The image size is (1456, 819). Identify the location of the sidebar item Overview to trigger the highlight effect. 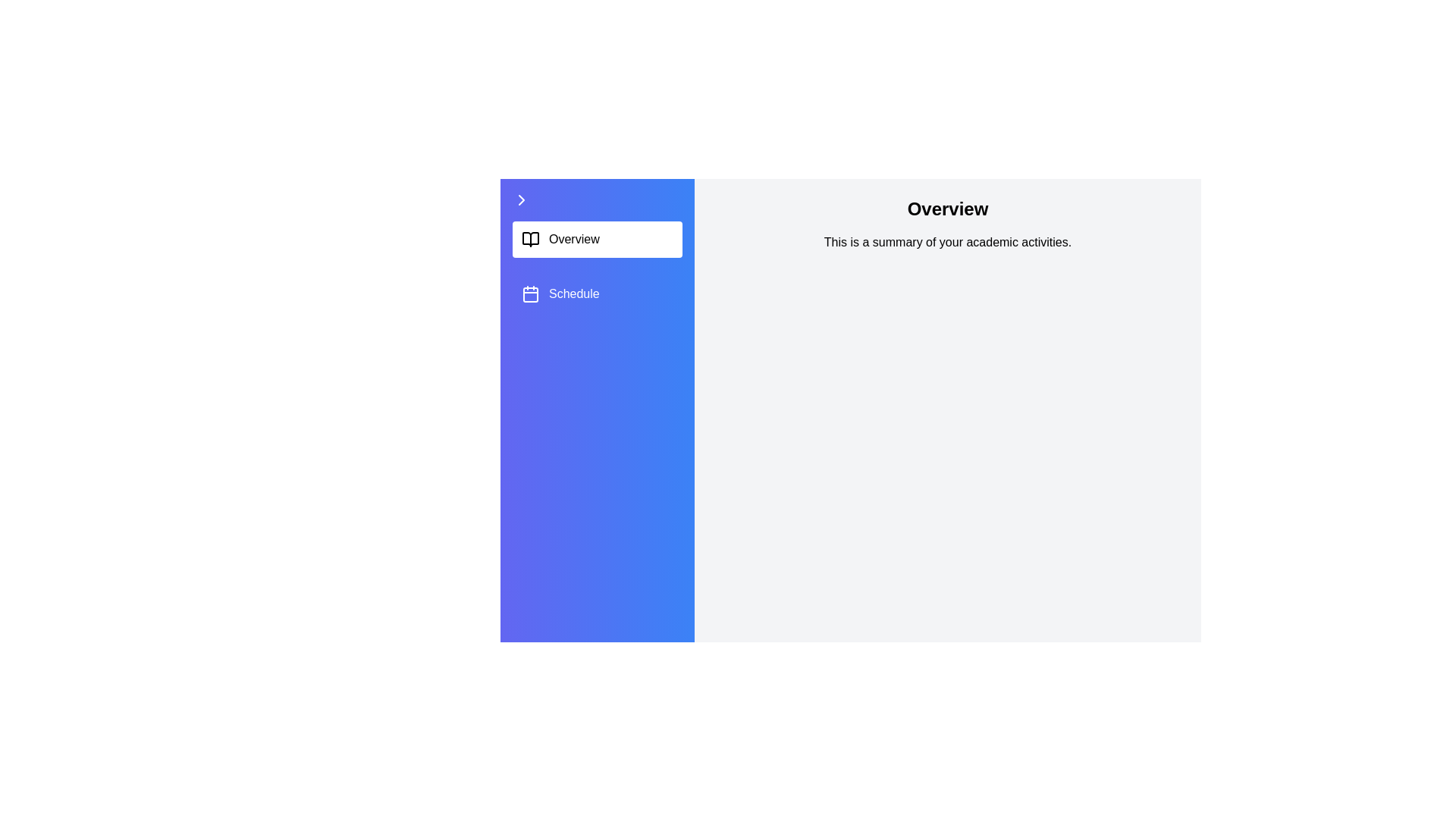
(596, 239).